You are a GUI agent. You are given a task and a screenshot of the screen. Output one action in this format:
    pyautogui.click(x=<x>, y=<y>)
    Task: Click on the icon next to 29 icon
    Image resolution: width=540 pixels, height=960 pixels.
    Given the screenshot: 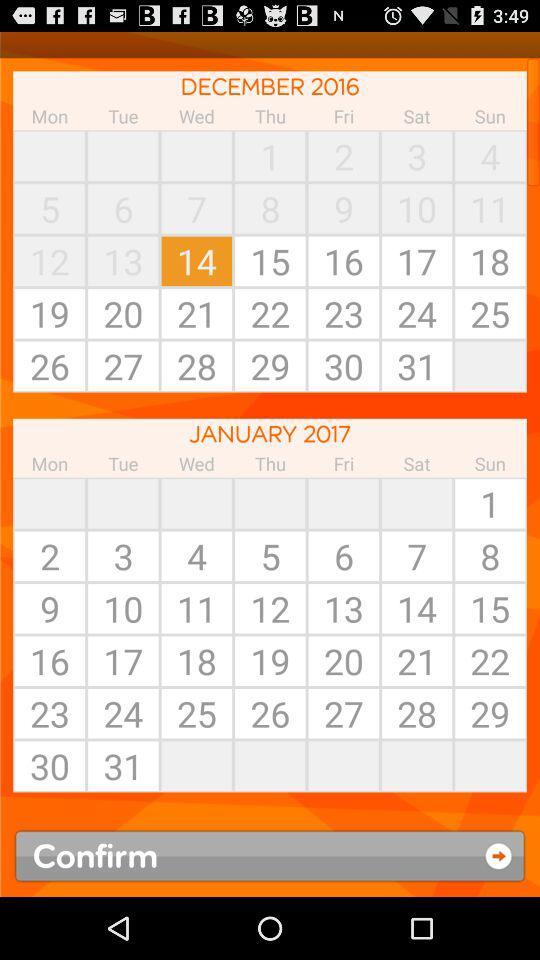 What is the action you would take?
    pyautogui.click(x=416, y=765)
    